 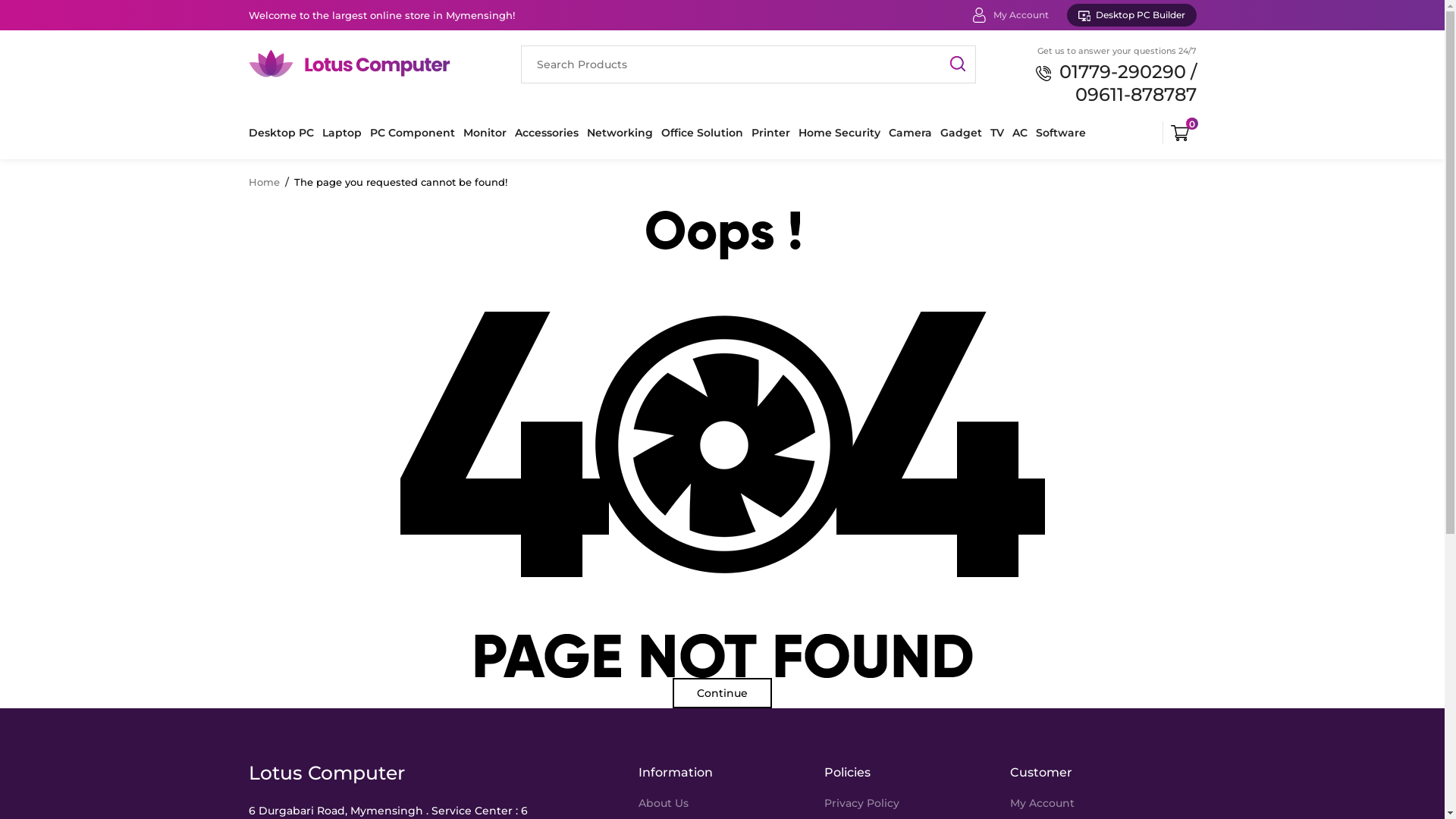 What do you see at coordinates (861, 802) in the screenshot?
I see `'Privacy Policy'` at bounding box center [861, 802].